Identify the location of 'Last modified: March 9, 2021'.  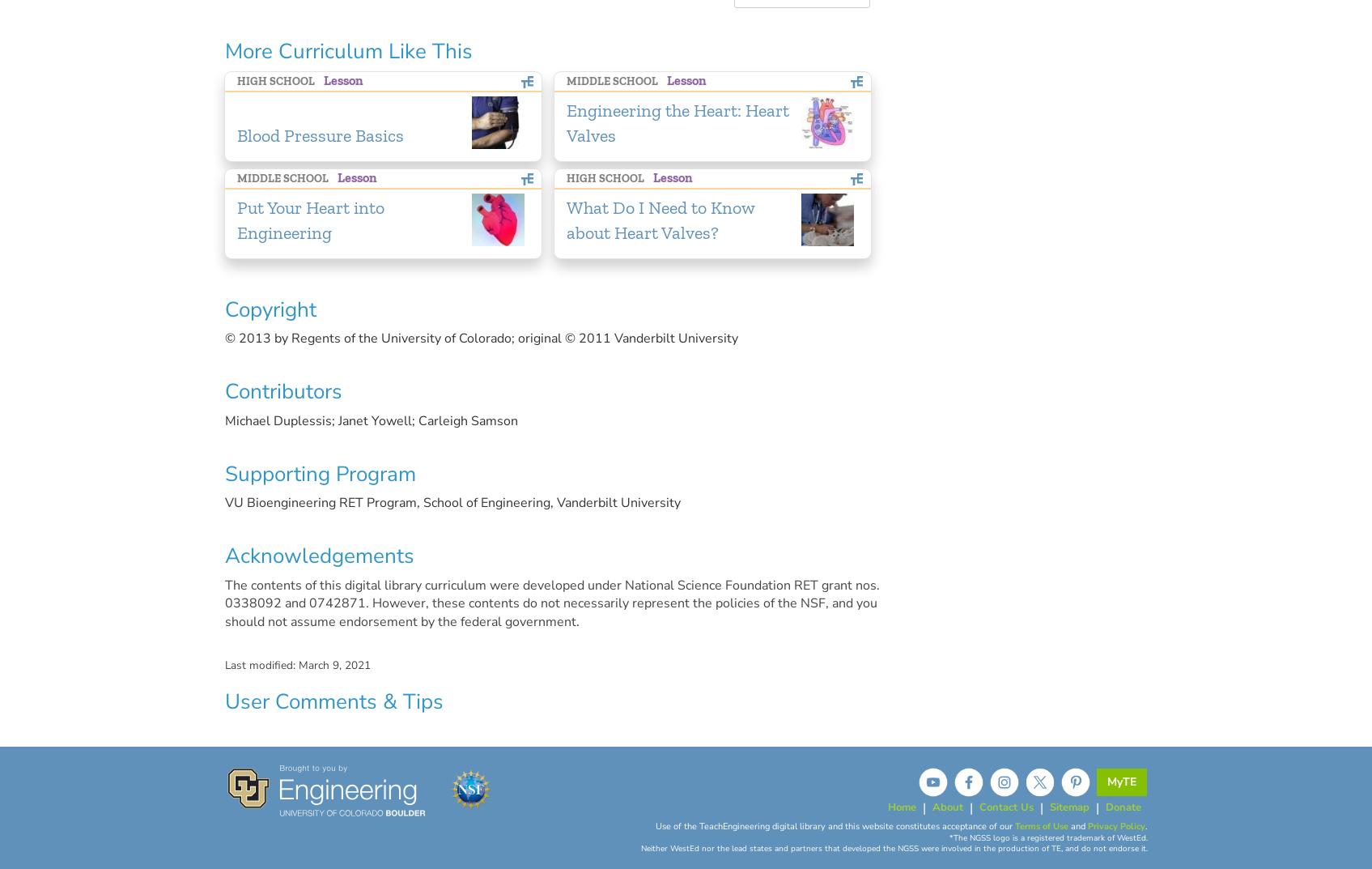
(295, 665).